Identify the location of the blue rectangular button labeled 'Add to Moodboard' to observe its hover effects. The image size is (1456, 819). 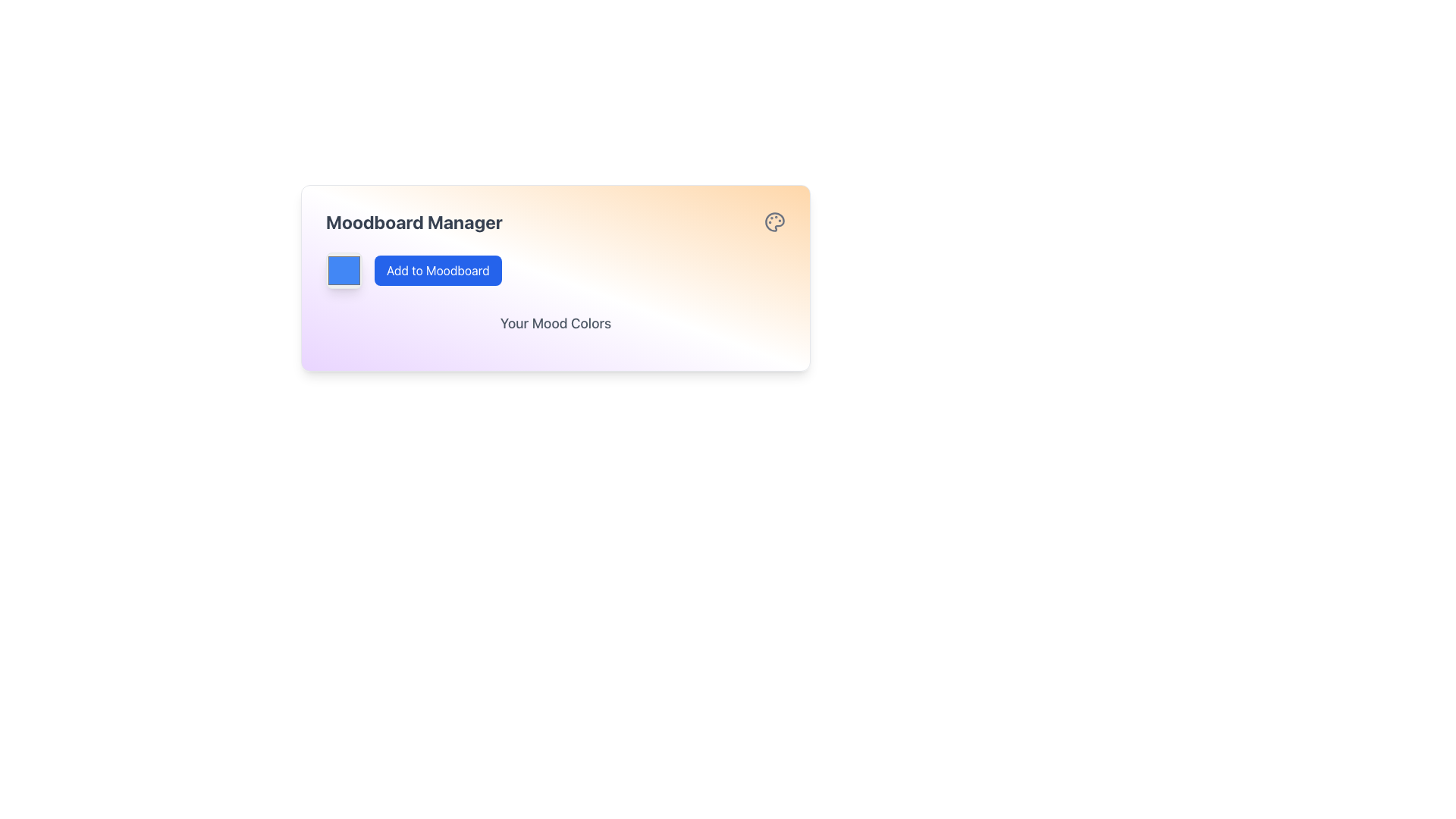
(437, 270).